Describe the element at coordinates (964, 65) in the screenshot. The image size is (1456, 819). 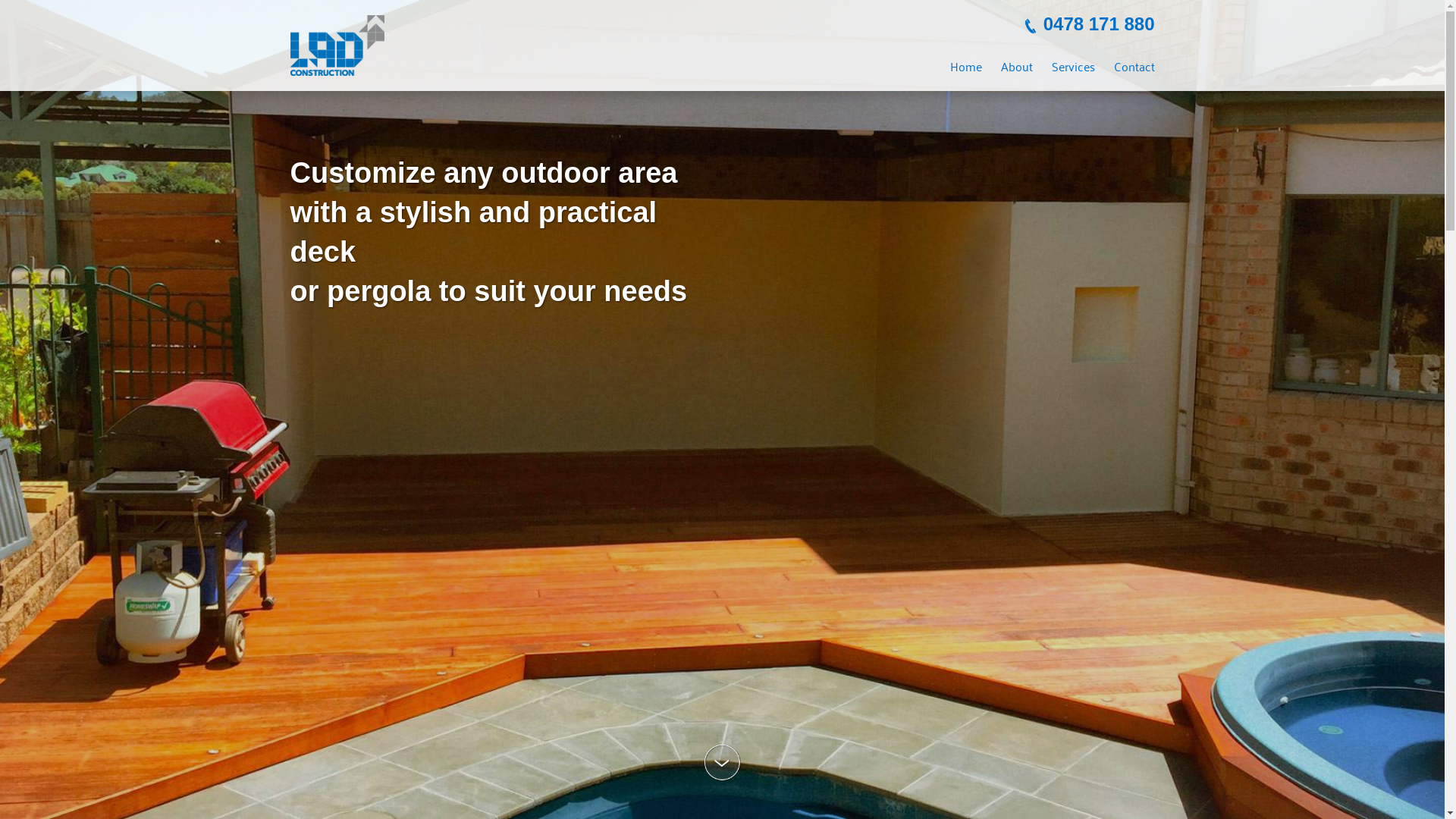
I see `'Home'` at that location.